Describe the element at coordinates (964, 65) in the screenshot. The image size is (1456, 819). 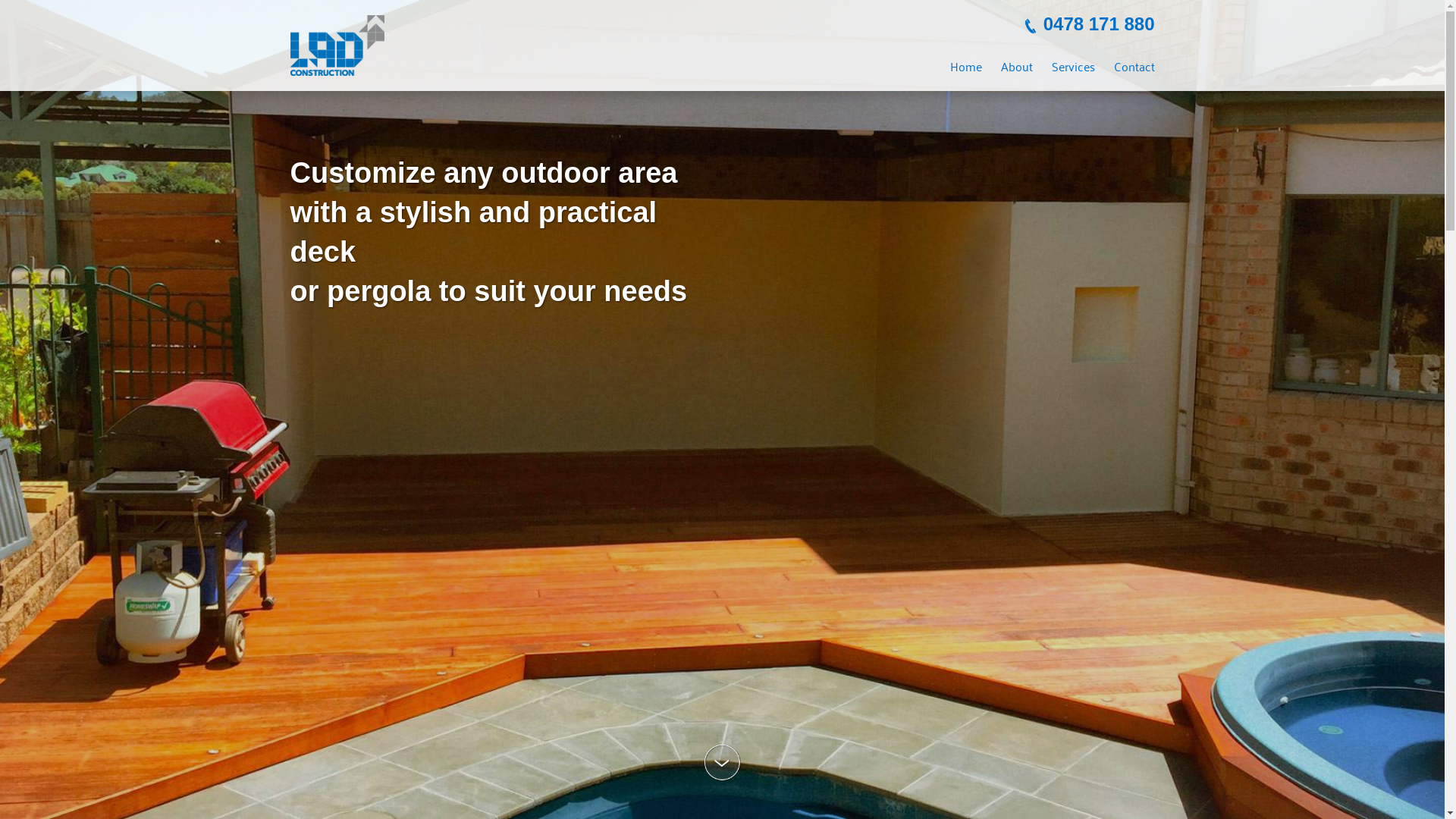
I see `'Home'` at that location.